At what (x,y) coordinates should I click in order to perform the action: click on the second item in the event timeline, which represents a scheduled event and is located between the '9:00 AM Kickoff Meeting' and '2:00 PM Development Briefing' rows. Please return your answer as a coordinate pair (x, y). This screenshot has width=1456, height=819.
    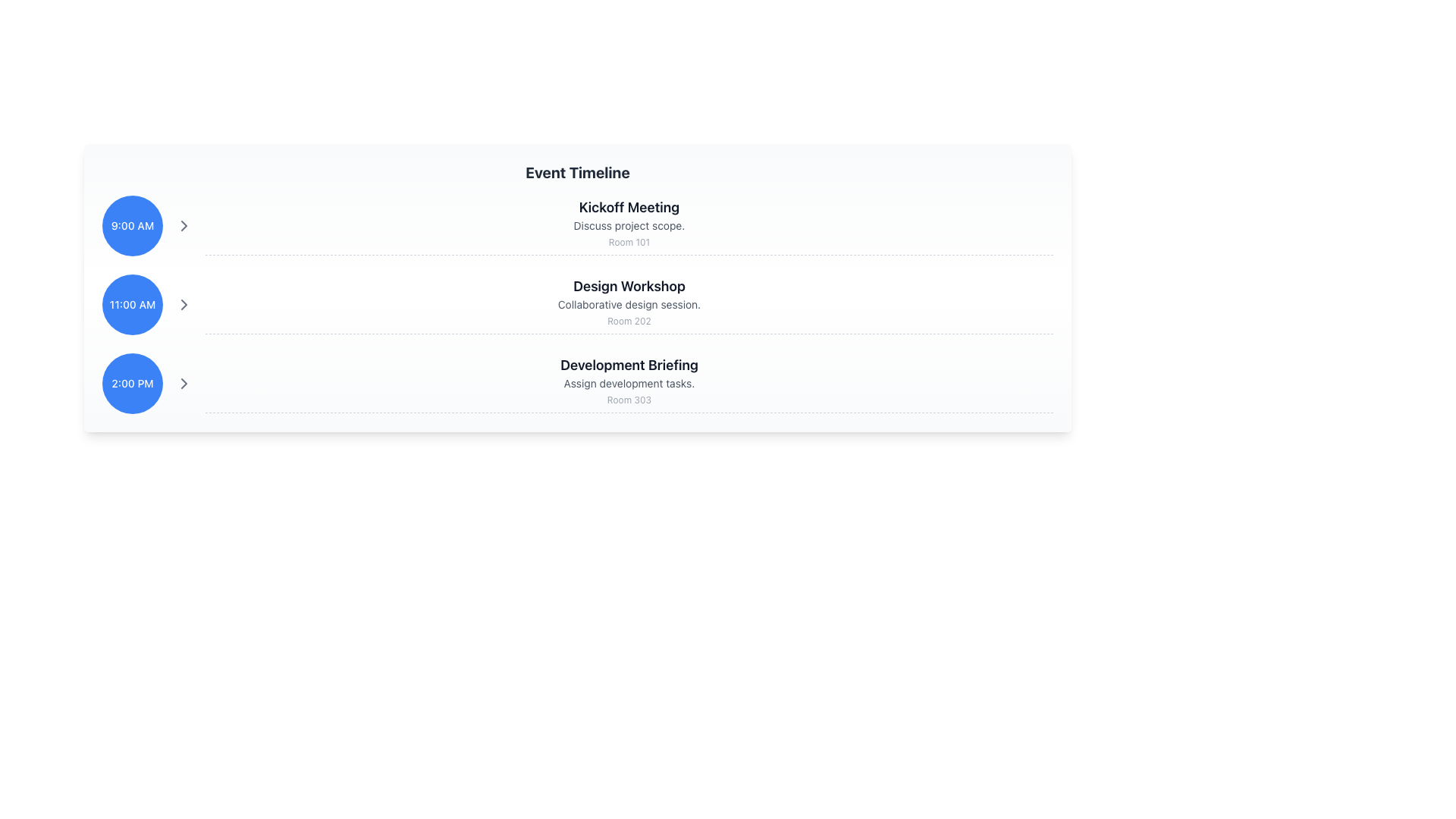
    Looking at the image, I should click on (577, 304).